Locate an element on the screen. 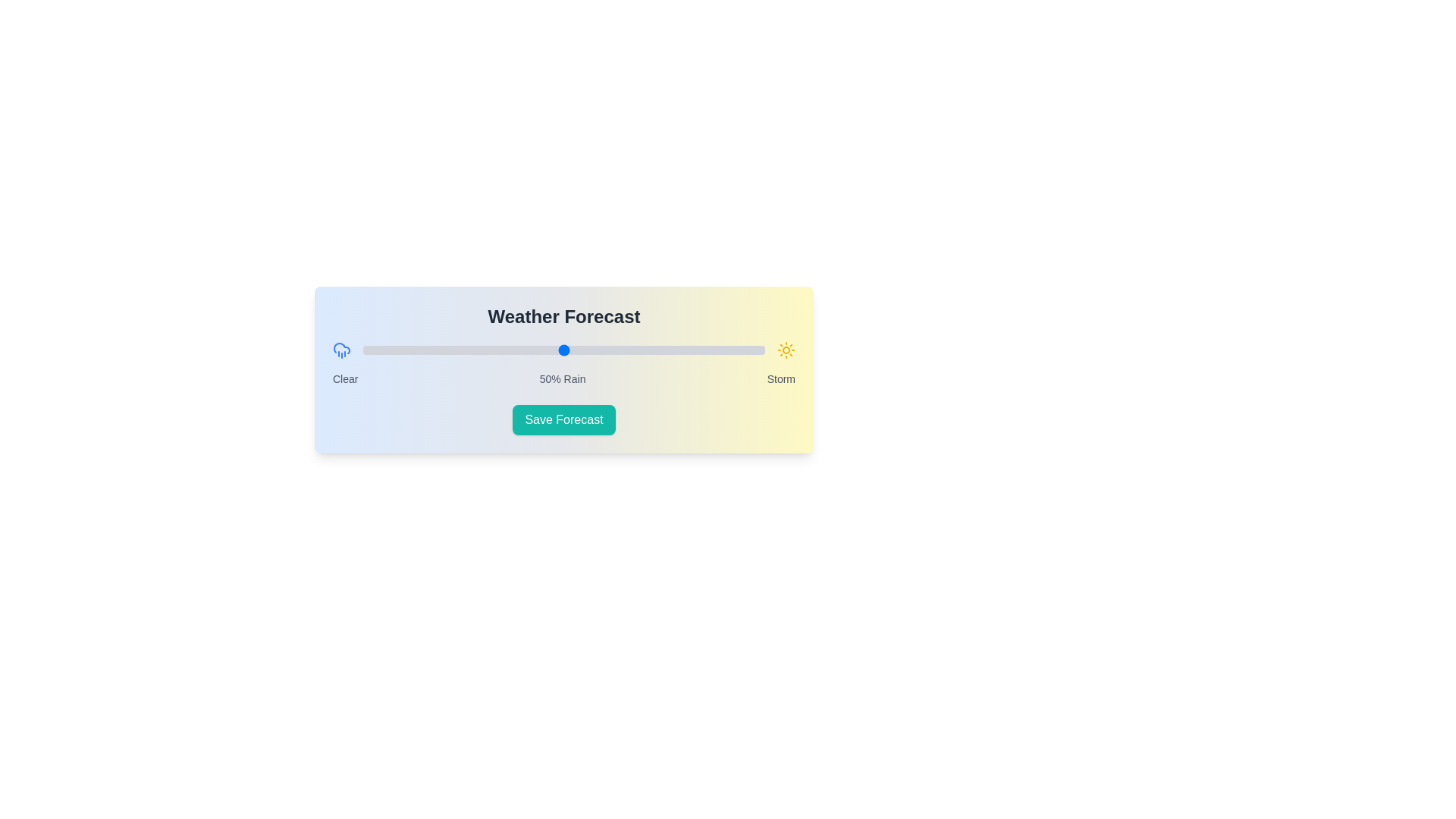 This screenshot has height=819, width=1456. 'Save Forecast' button to save the current settings is located at coordinates (563, 420).